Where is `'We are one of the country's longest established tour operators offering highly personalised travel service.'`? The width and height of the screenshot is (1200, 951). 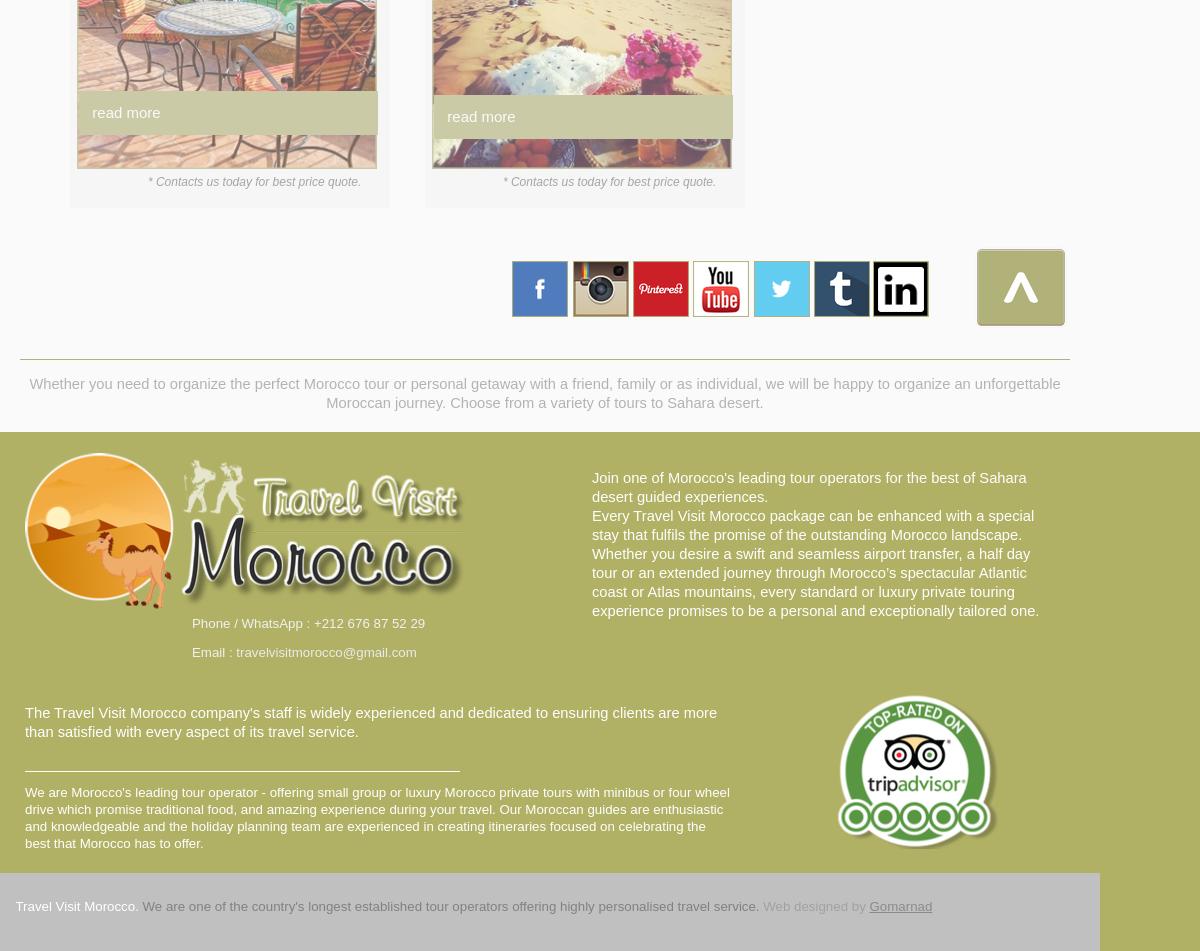
'We are one of the country's longest established tour operators offering highly personalised travel service.' is located at coordinates (450, 905).